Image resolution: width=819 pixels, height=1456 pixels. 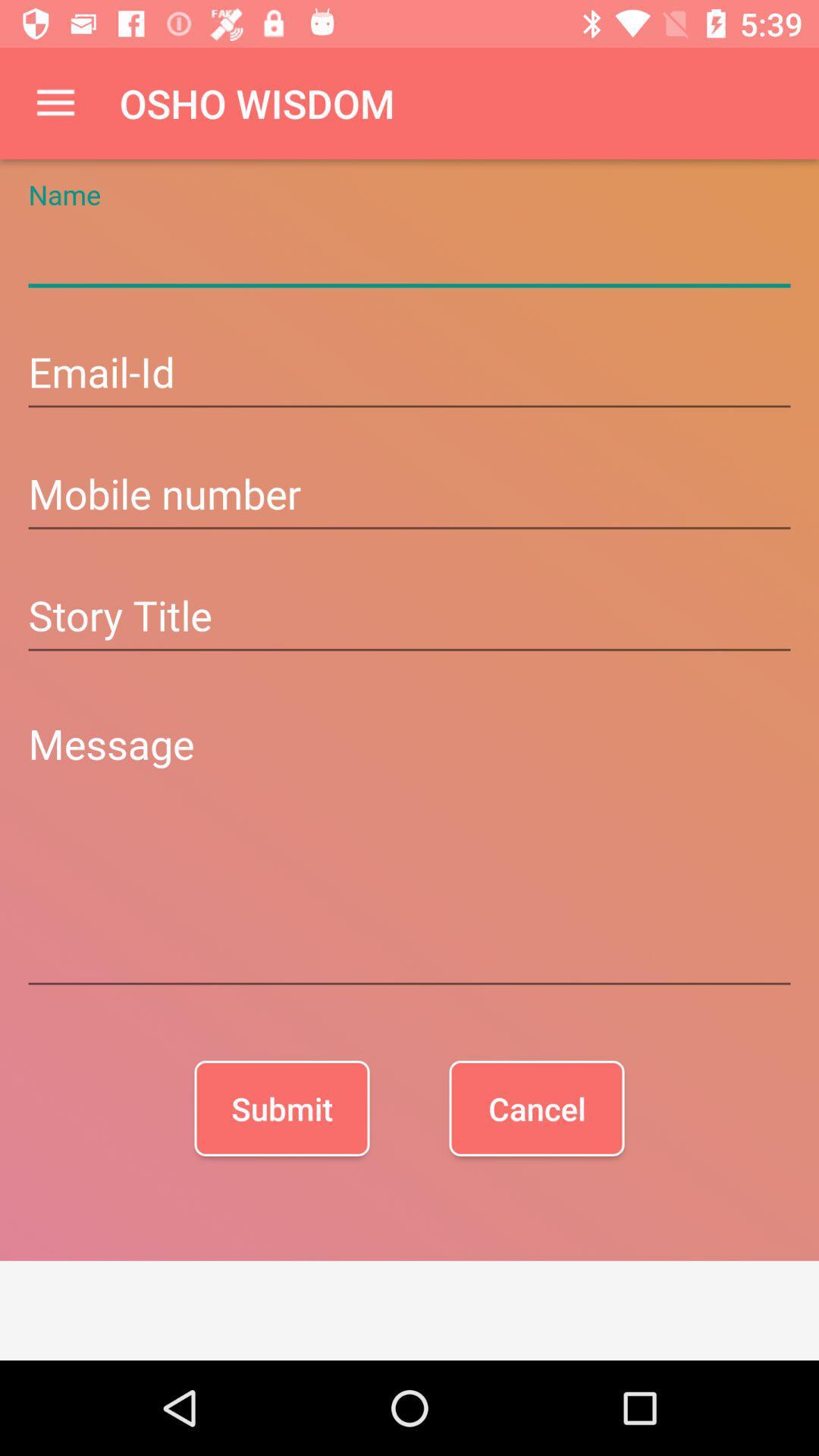 I want to click on name field, so click(x=409, y=253).